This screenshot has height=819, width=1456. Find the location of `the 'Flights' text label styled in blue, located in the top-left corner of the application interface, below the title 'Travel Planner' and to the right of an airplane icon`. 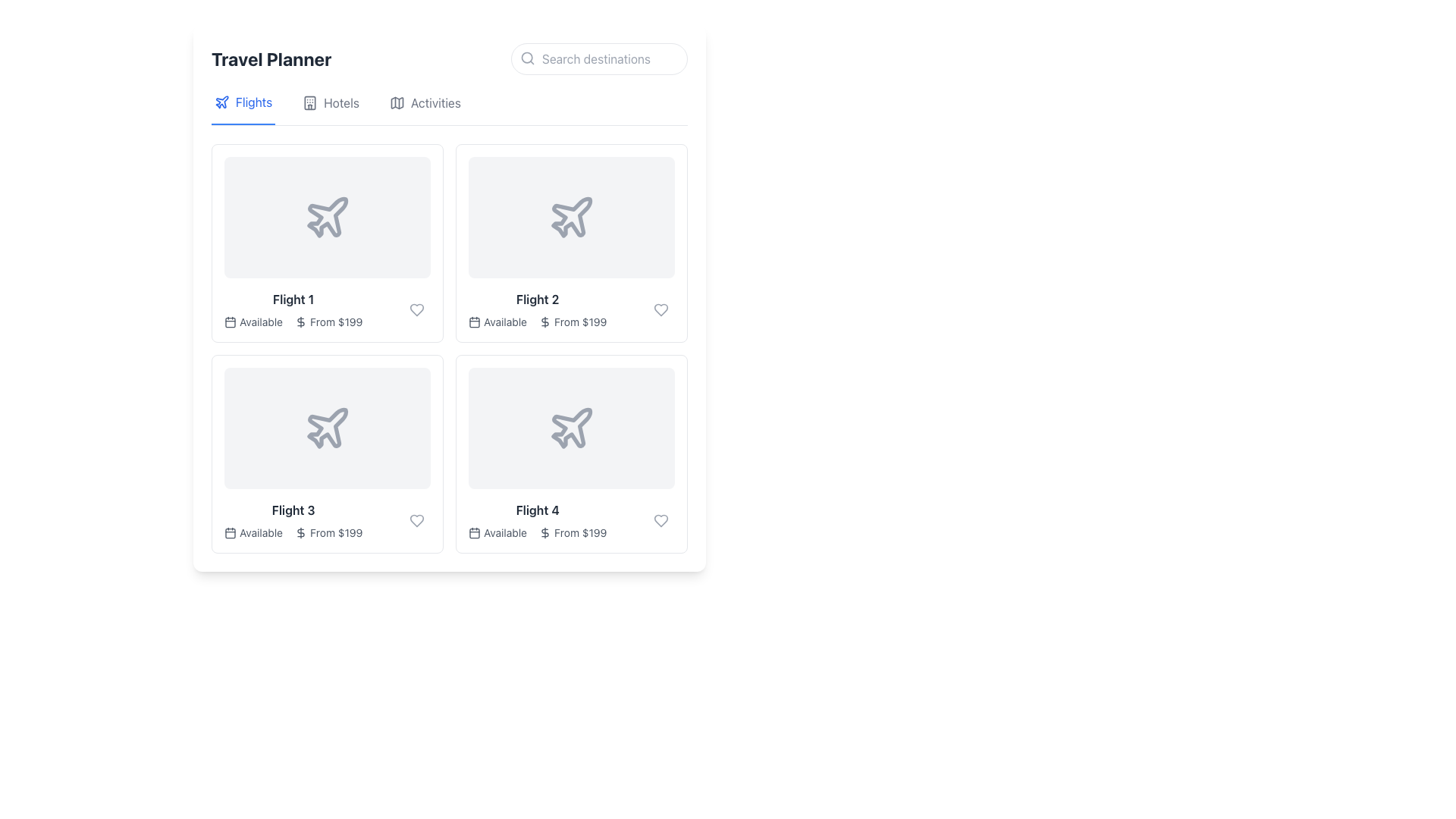

the 'Flights' text label styled in blue, located in the top-left corner of the application interface, below the title 'Travel Planner' and to the right of an airplane icon is located at coordinates (254, 102).